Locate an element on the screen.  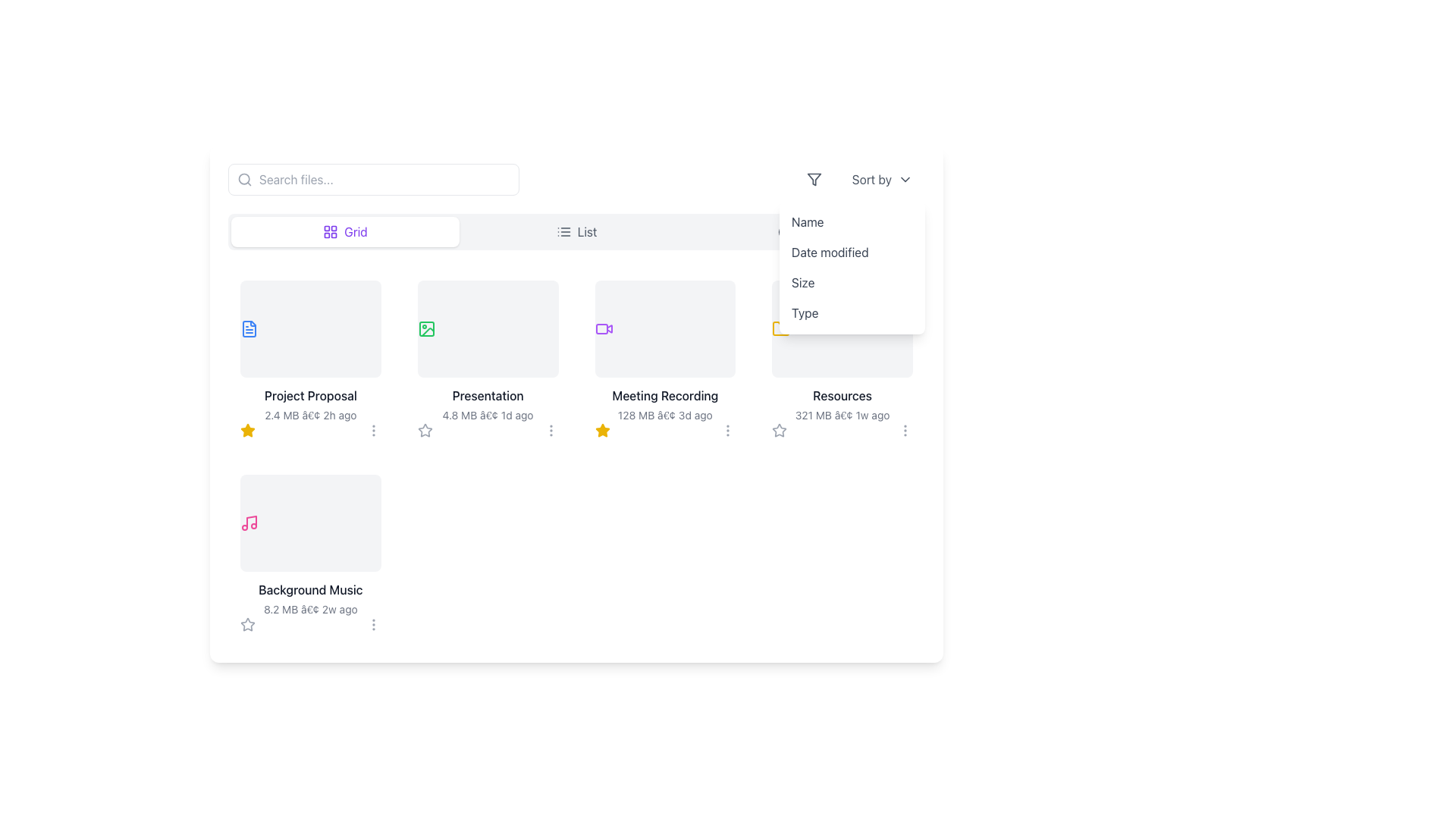
the 'Background Music' label which displays 'Background Music' in bold black text and additional details in smaller gray text underneath, located in the fourth cell of a grid layout is located at coordinates (309, 598).